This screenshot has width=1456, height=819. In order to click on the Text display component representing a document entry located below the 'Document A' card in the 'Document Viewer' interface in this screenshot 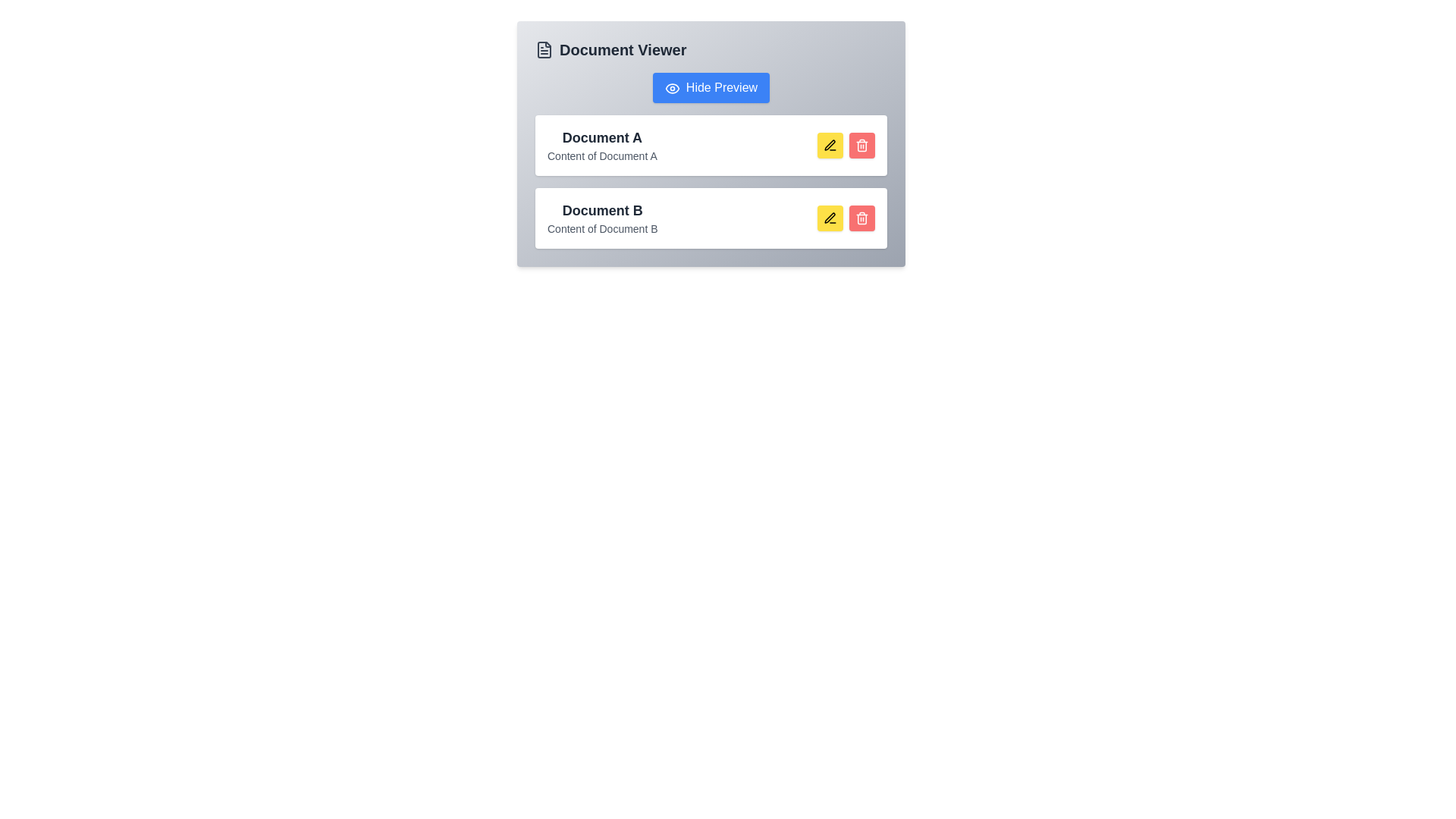, I will do `click(601, 218)`.